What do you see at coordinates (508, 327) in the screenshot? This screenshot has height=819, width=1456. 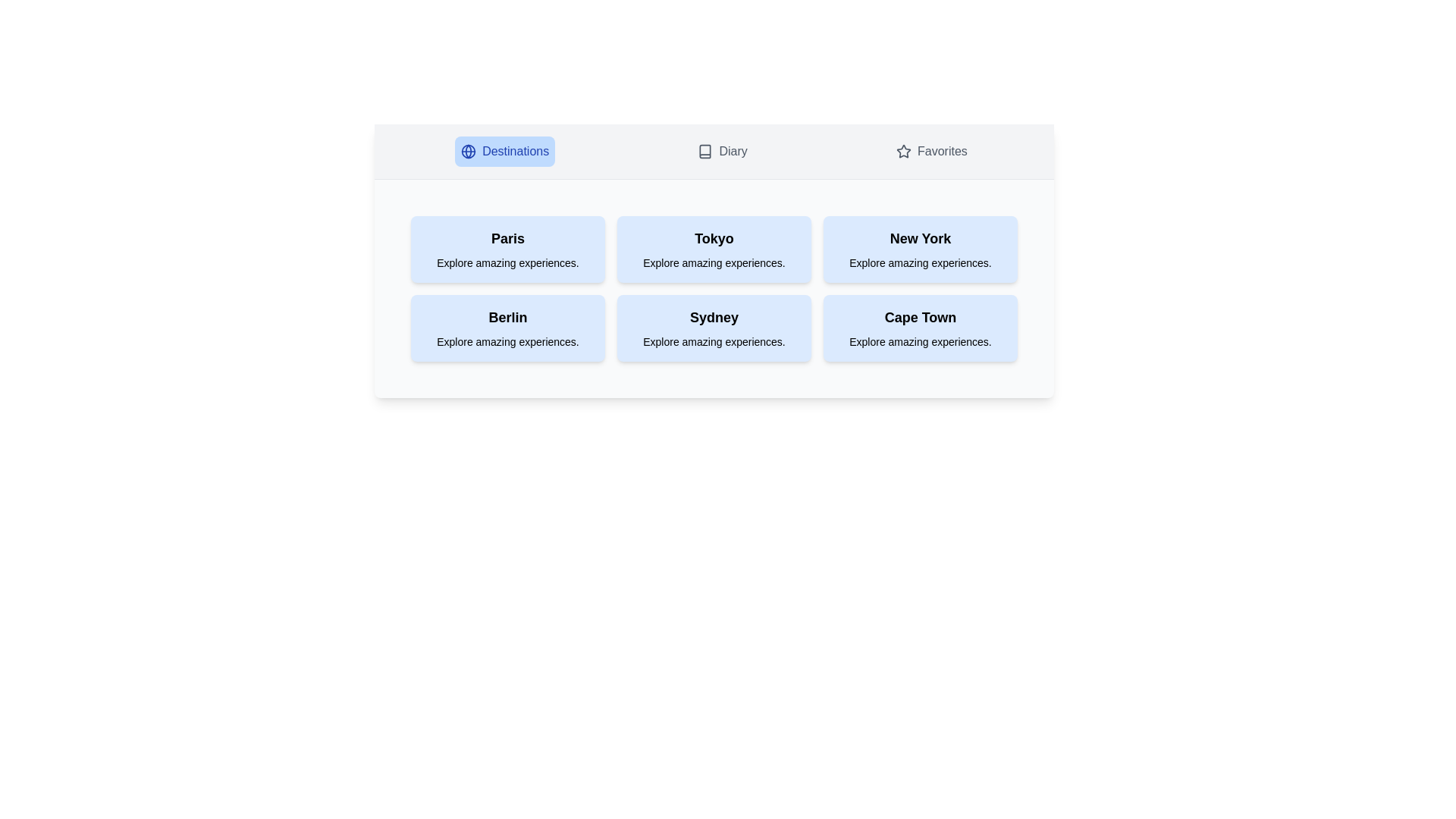 I see `the destination card labeled Berlin` at bounding box center [508, 327].